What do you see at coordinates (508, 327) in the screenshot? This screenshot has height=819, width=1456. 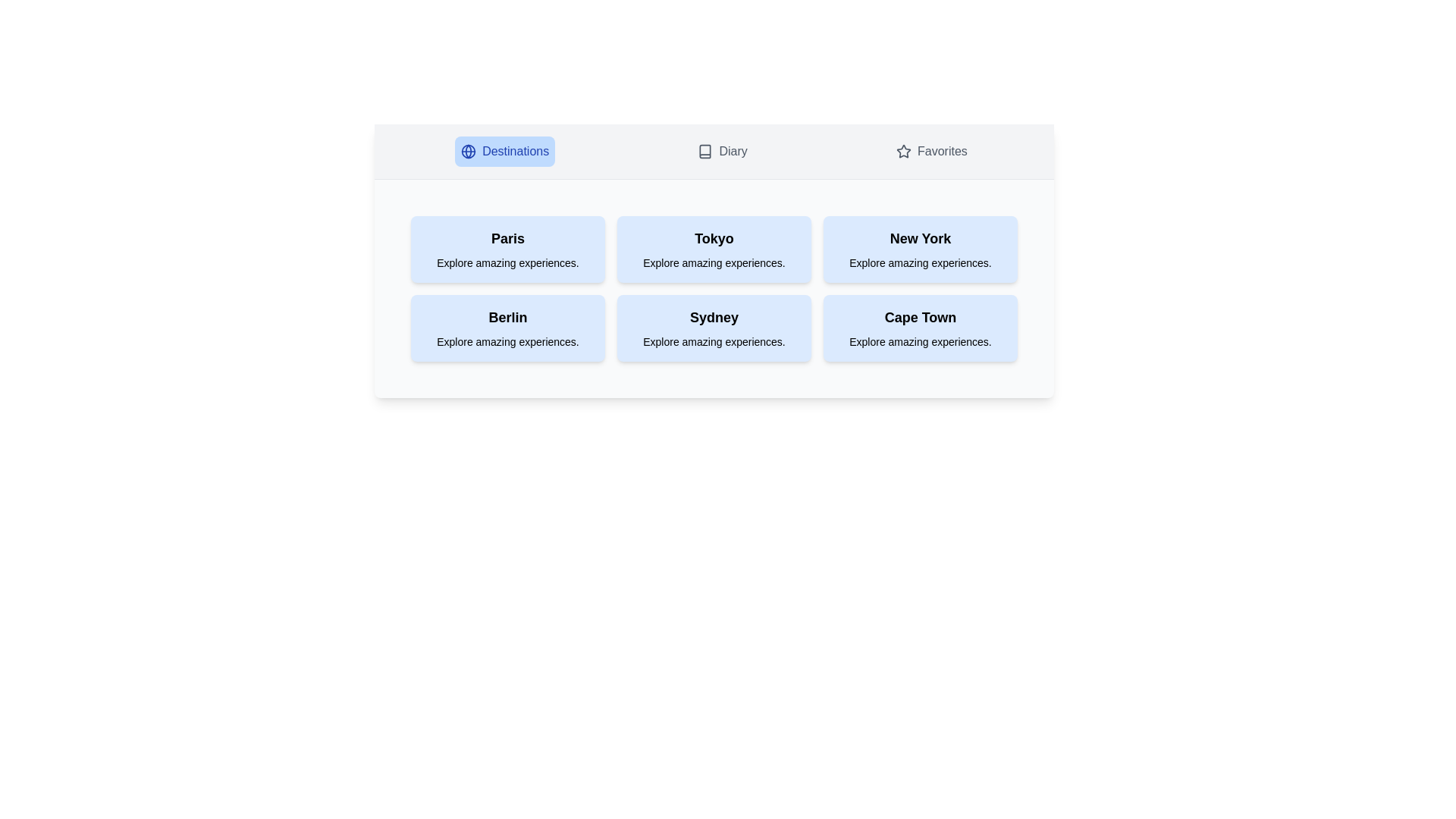 I see `the destination card labeled Berlin` at bounding box center [508, 327].